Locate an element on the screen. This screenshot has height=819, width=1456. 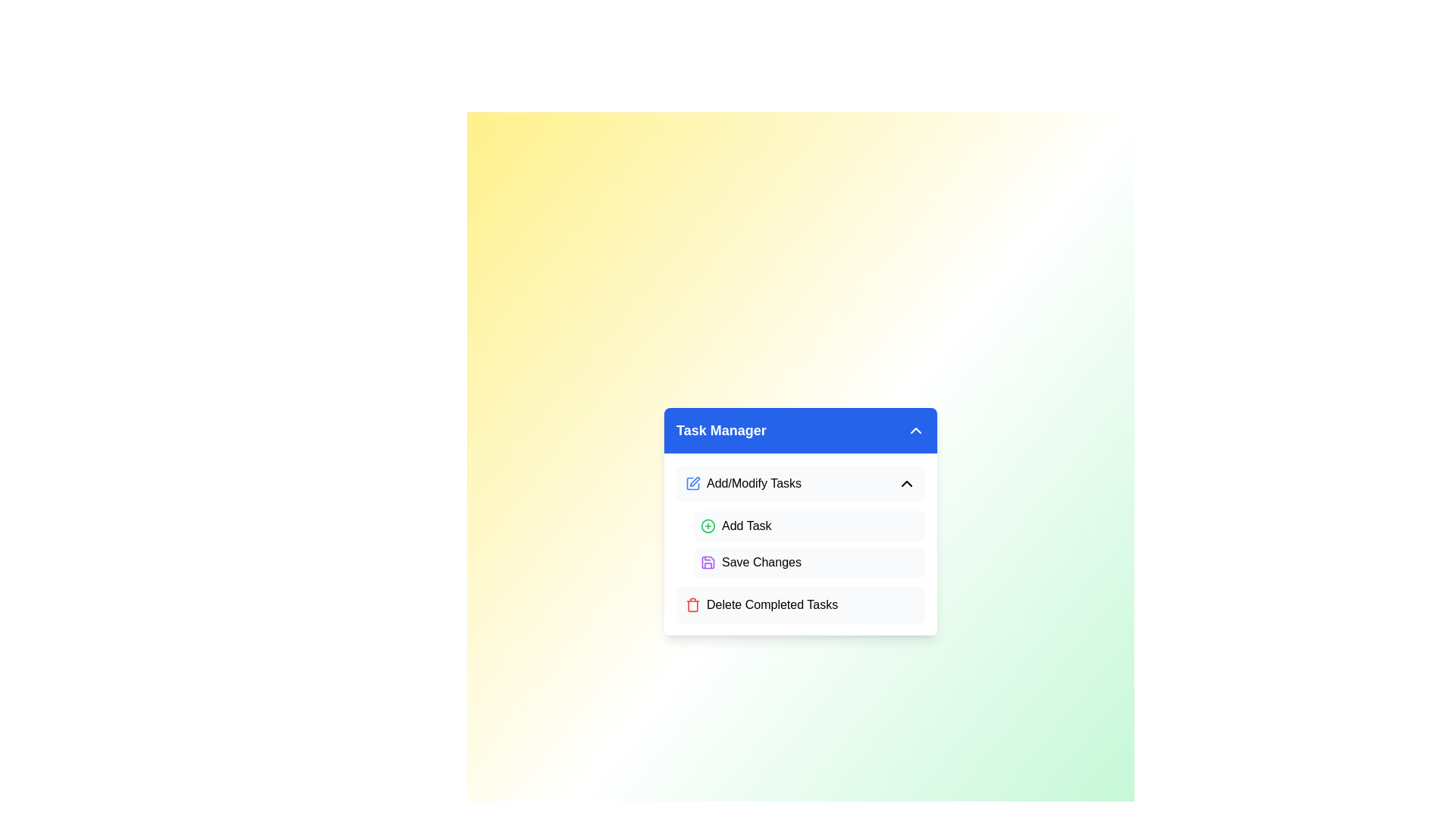
the 'Add/Modify Tasks' icon, which is a non-interactive decorative component located to the left of the label text in the 'Task Manager' section, guiding users to the task modification feature is located at coordinates (694, 482).